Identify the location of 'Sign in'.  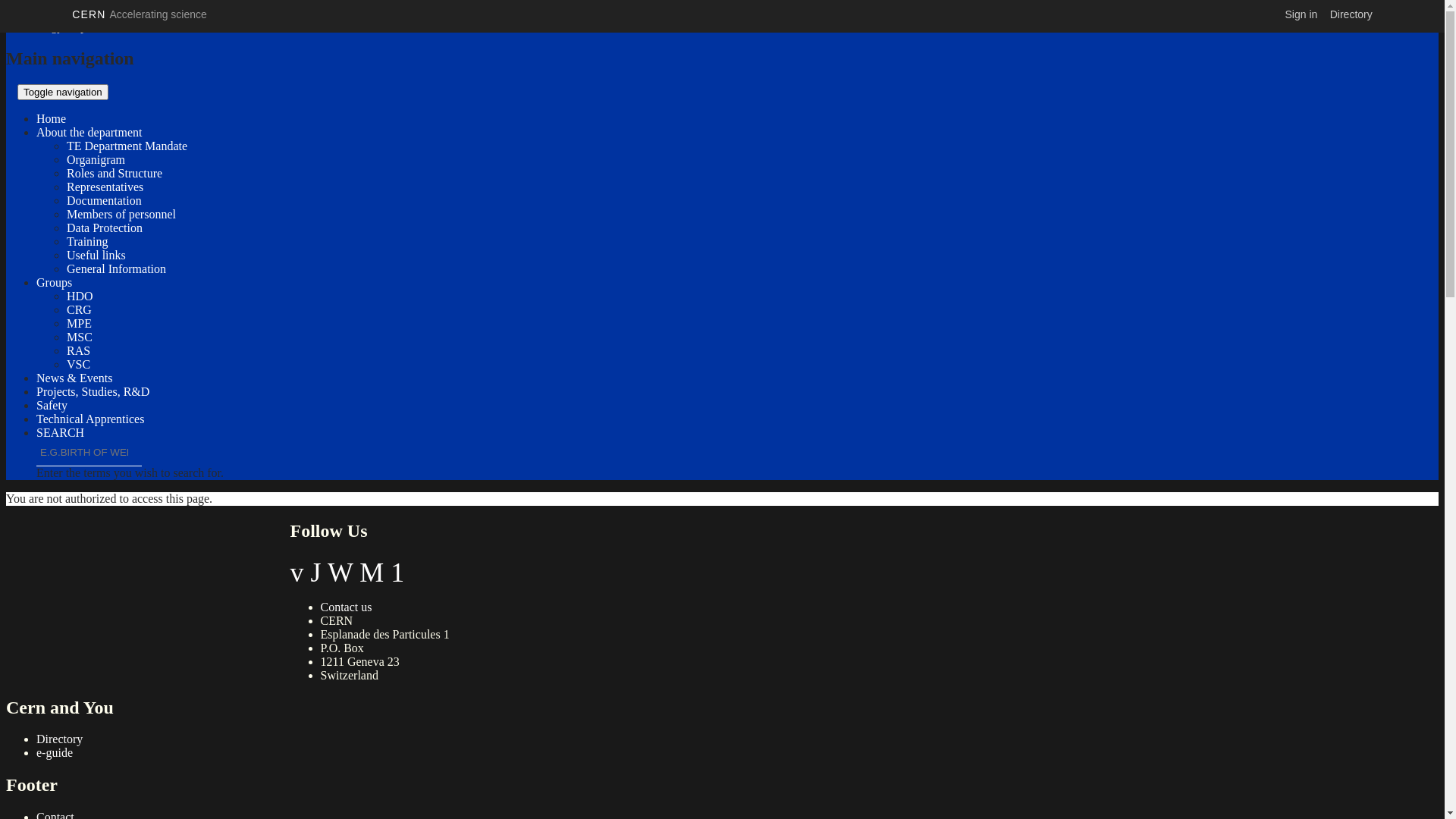
(1301, 14).